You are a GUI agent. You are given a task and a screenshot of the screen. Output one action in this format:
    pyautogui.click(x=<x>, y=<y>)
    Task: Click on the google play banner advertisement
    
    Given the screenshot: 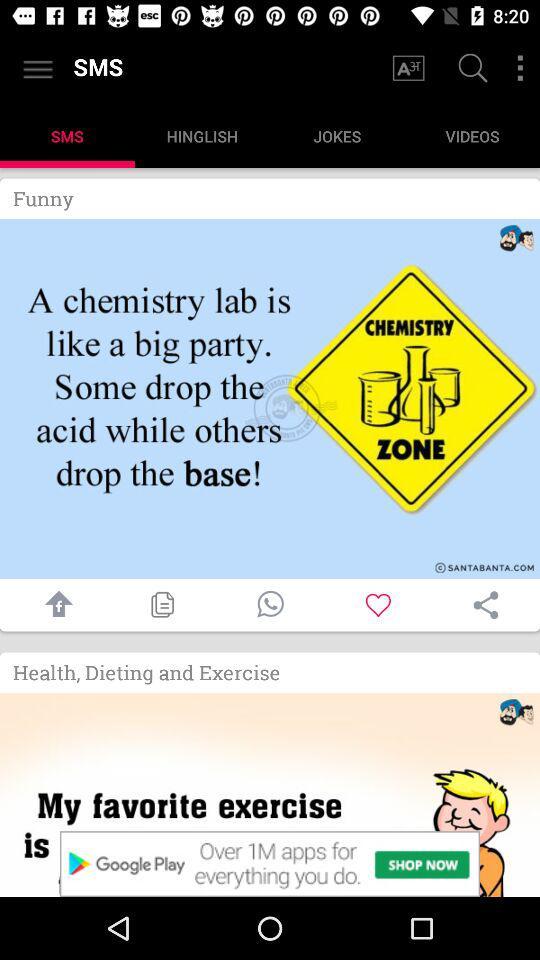 What is the action you would take?
    pyautogui.click(x=270, y=863)
    